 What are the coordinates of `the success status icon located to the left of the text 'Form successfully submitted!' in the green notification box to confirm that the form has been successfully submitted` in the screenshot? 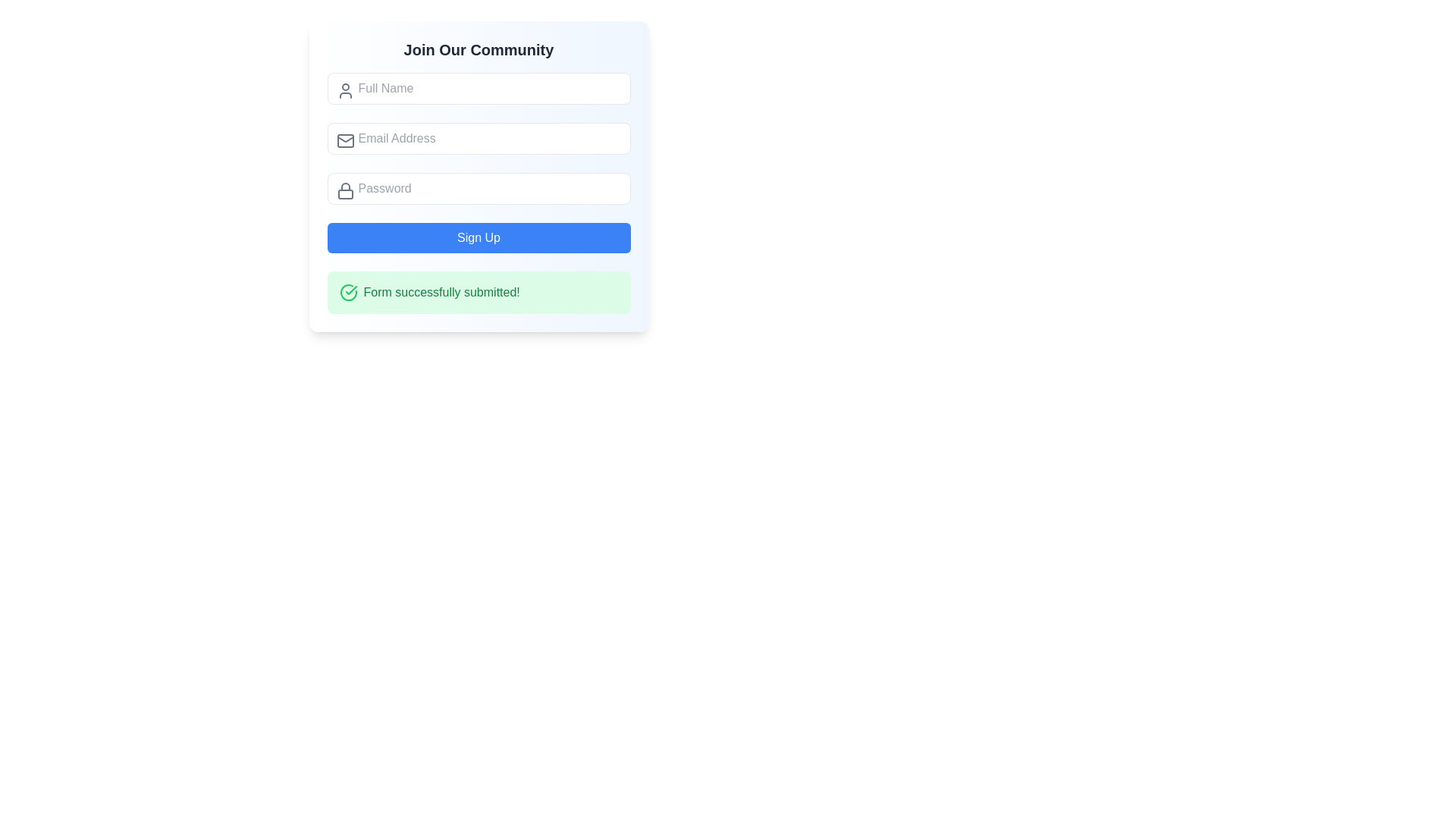 It's located at (350, 290).